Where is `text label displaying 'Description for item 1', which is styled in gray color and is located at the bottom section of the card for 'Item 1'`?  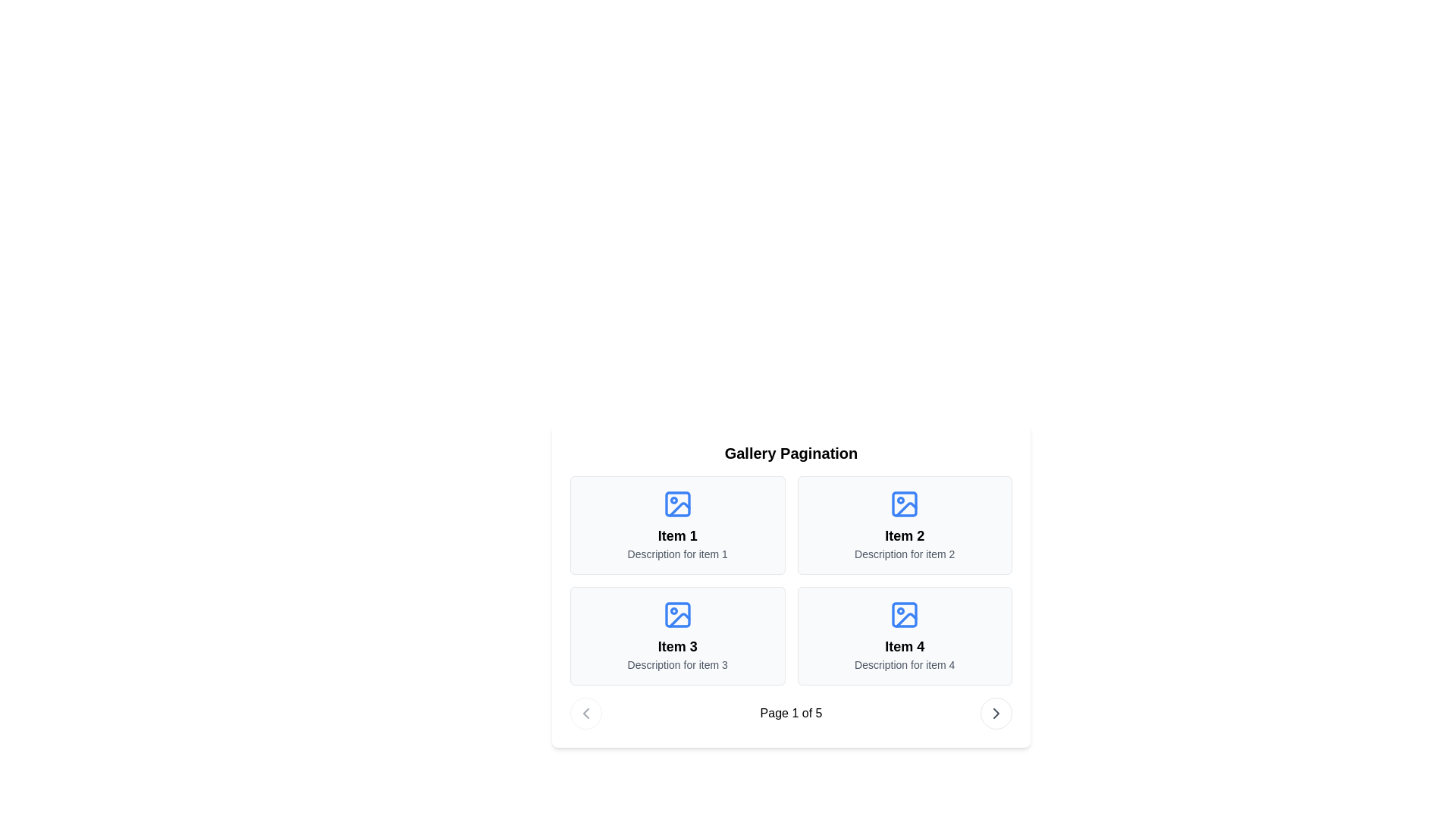
text label displaying 'Description for item 1', which is styled in gray color and is located at the bottom section of the card for 'Item 1' is located at coordinates (676, 554).